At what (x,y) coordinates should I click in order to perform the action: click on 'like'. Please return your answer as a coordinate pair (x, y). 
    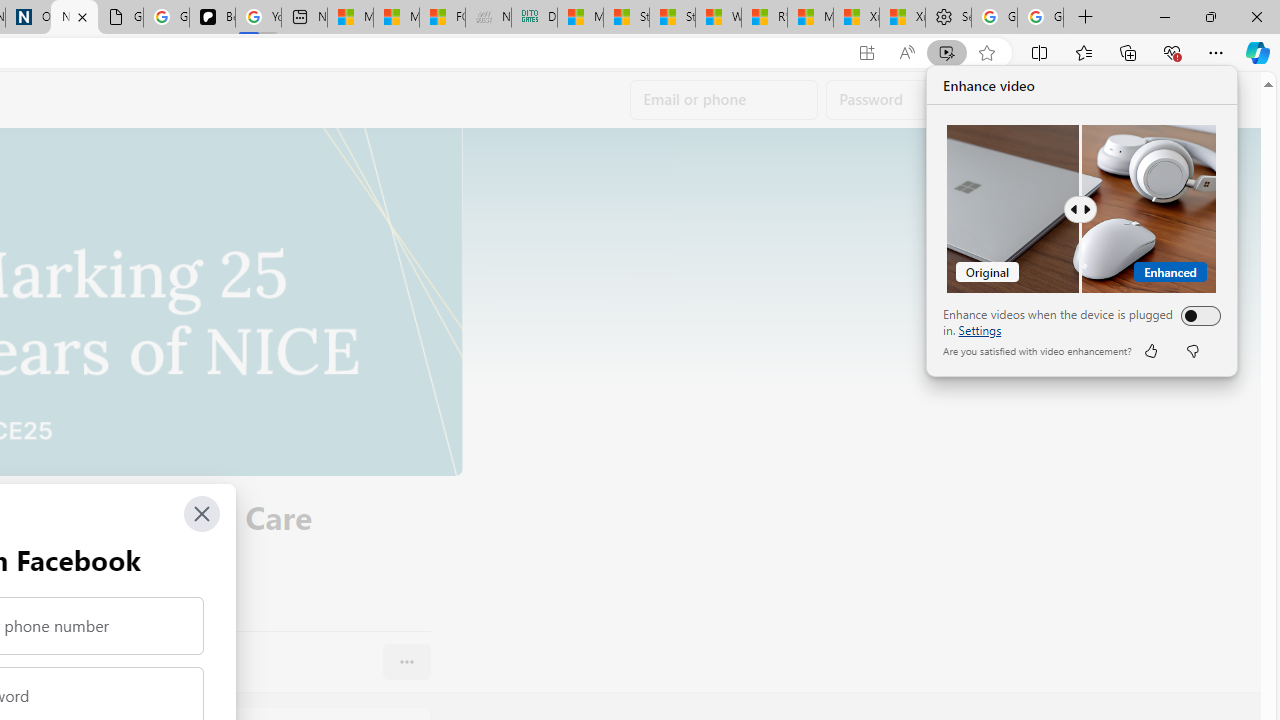
    Looking at the image, I should click on (1150, 350).